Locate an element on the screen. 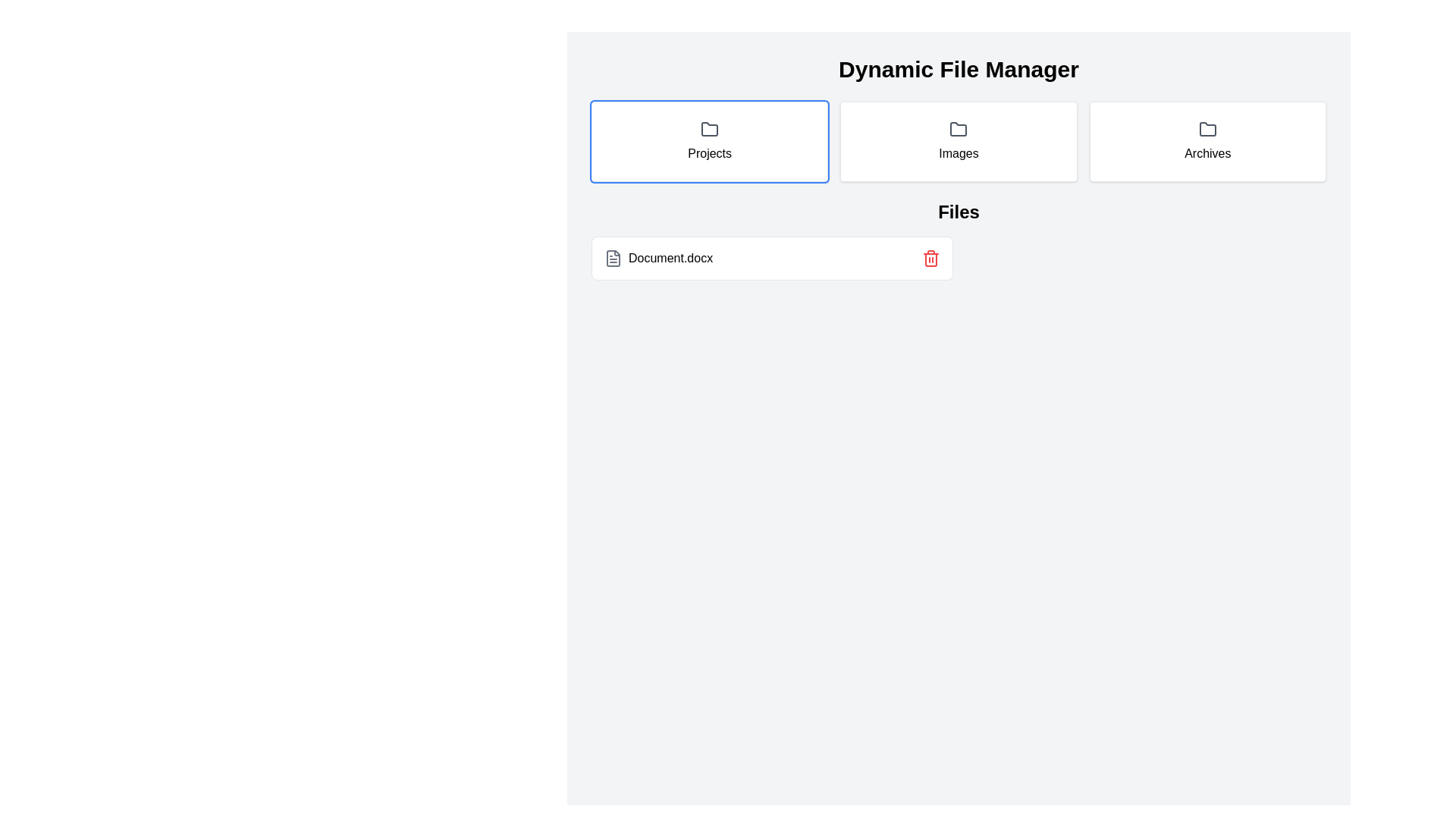 Image resolution: width=1456 pixels, height=819 pixels. the 'Archives' button, which is the rightmost button in a set of three horizontally aligned buttons labeled 'Projects', 'Images', and 'Archives' is located at coordinates (1207, 141).